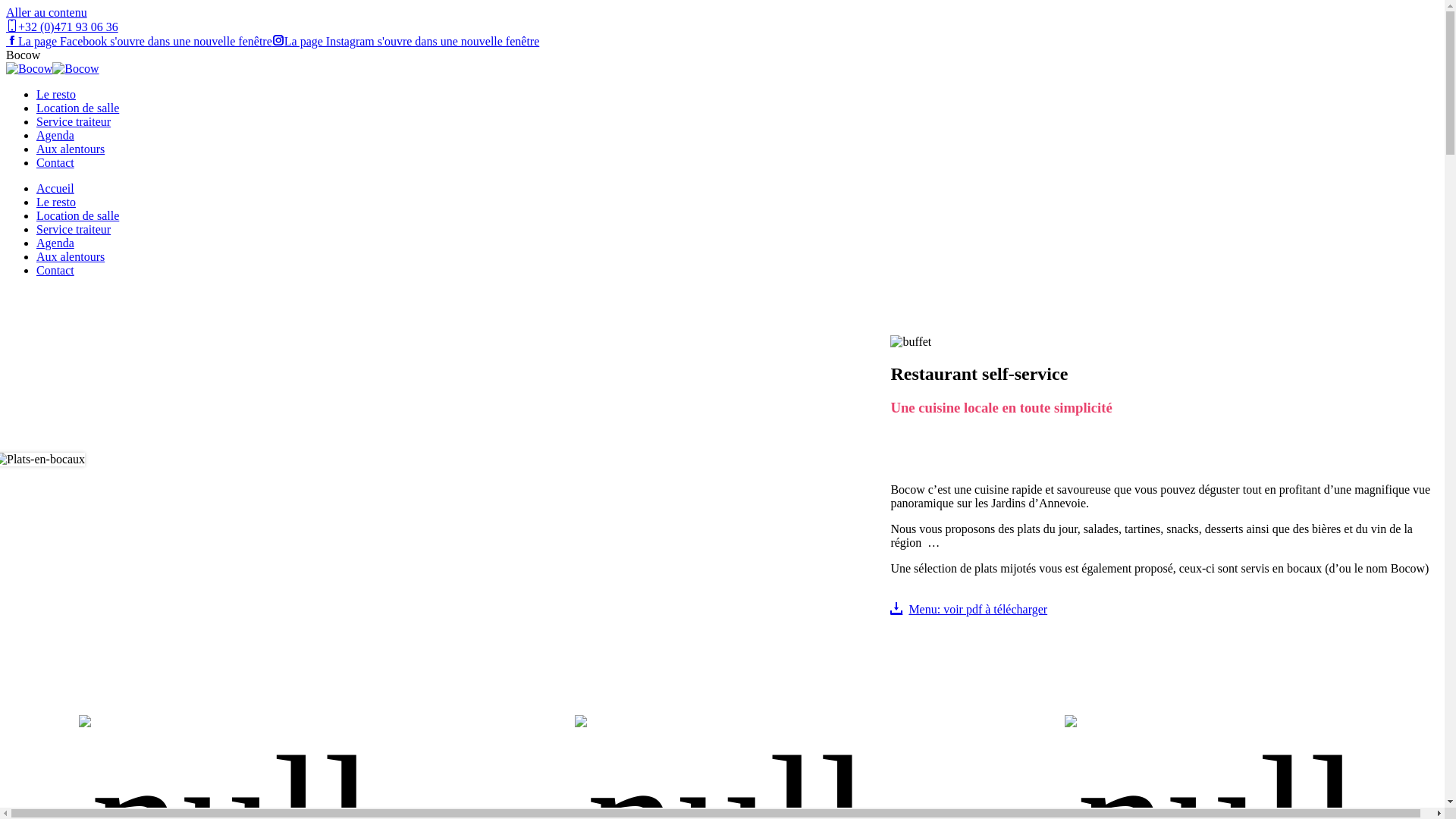 This screenshot has height=819, width=1456. I want to click on 'Service traiteur', so click(72, 229).